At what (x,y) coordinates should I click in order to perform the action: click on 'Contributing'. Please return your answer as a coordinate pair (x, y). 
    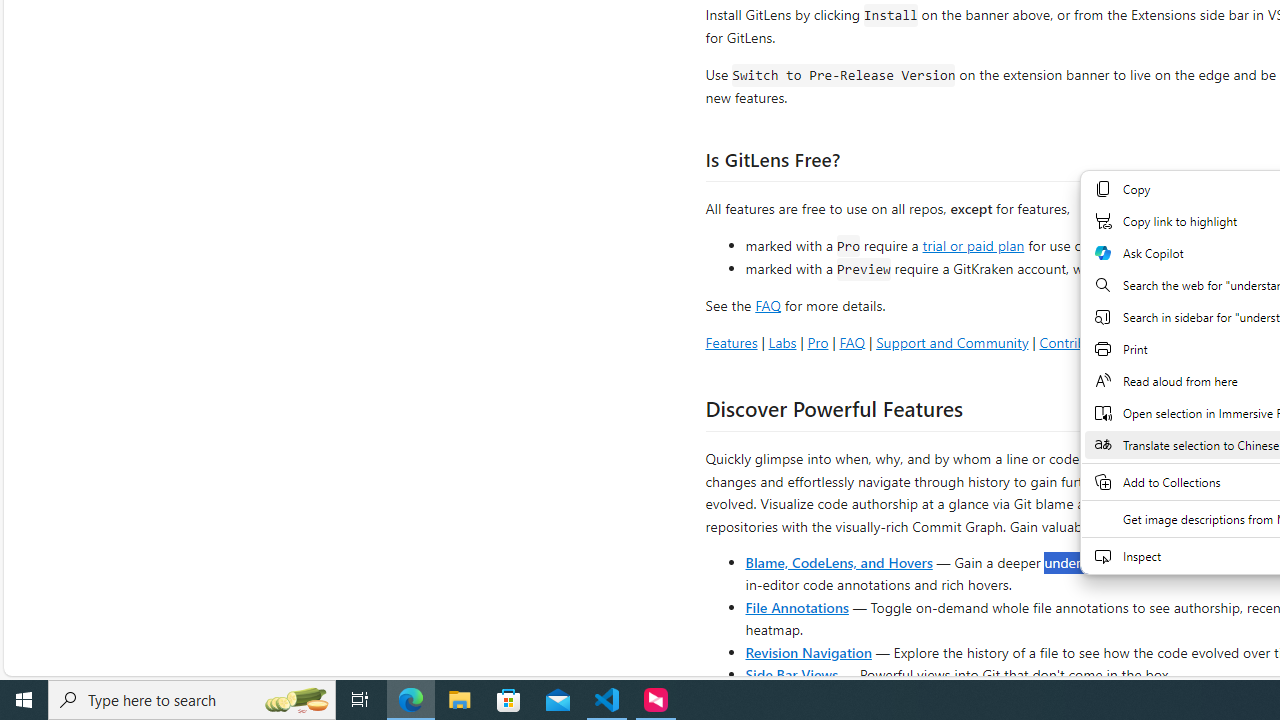
    Looking at the image, I should click on (1077, 341).